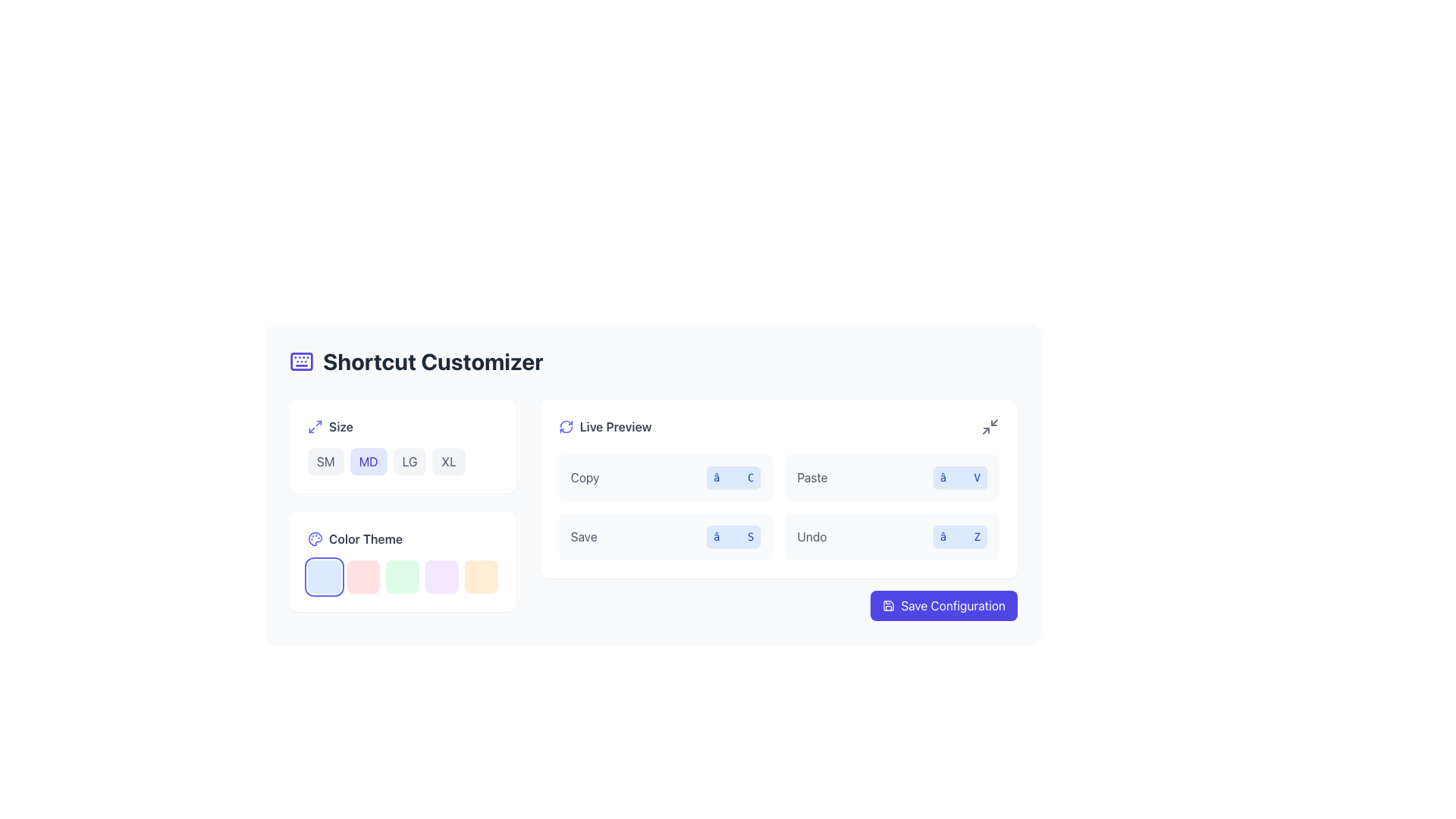 This screenshot has width=1456, height=819. I want to click on the color square in the 'Color Theme' section located under 'Size', so click(403, 561).